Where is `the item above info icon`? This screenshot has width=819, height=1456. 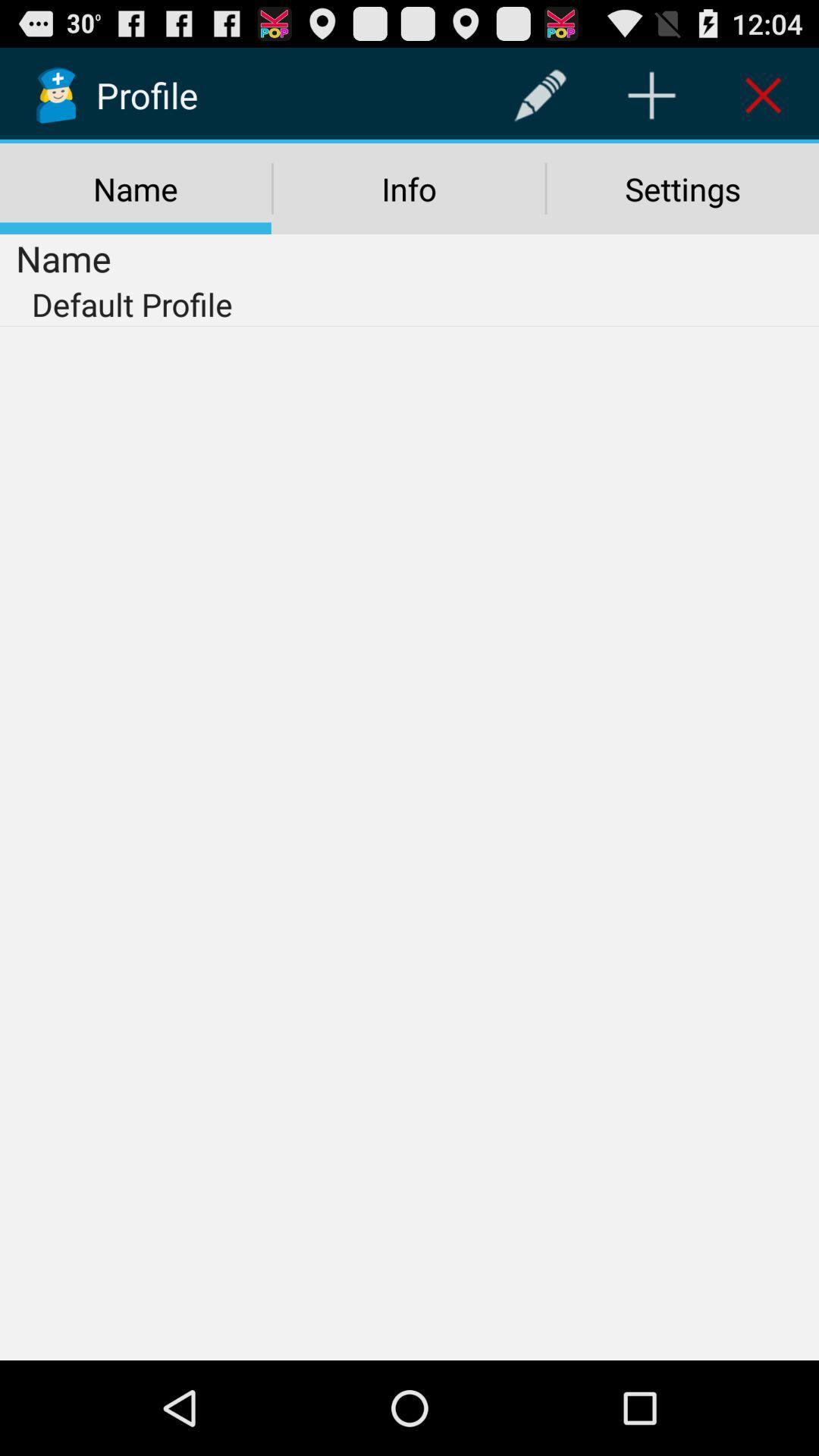
the item above info icon is located at coordinates (539, 94).